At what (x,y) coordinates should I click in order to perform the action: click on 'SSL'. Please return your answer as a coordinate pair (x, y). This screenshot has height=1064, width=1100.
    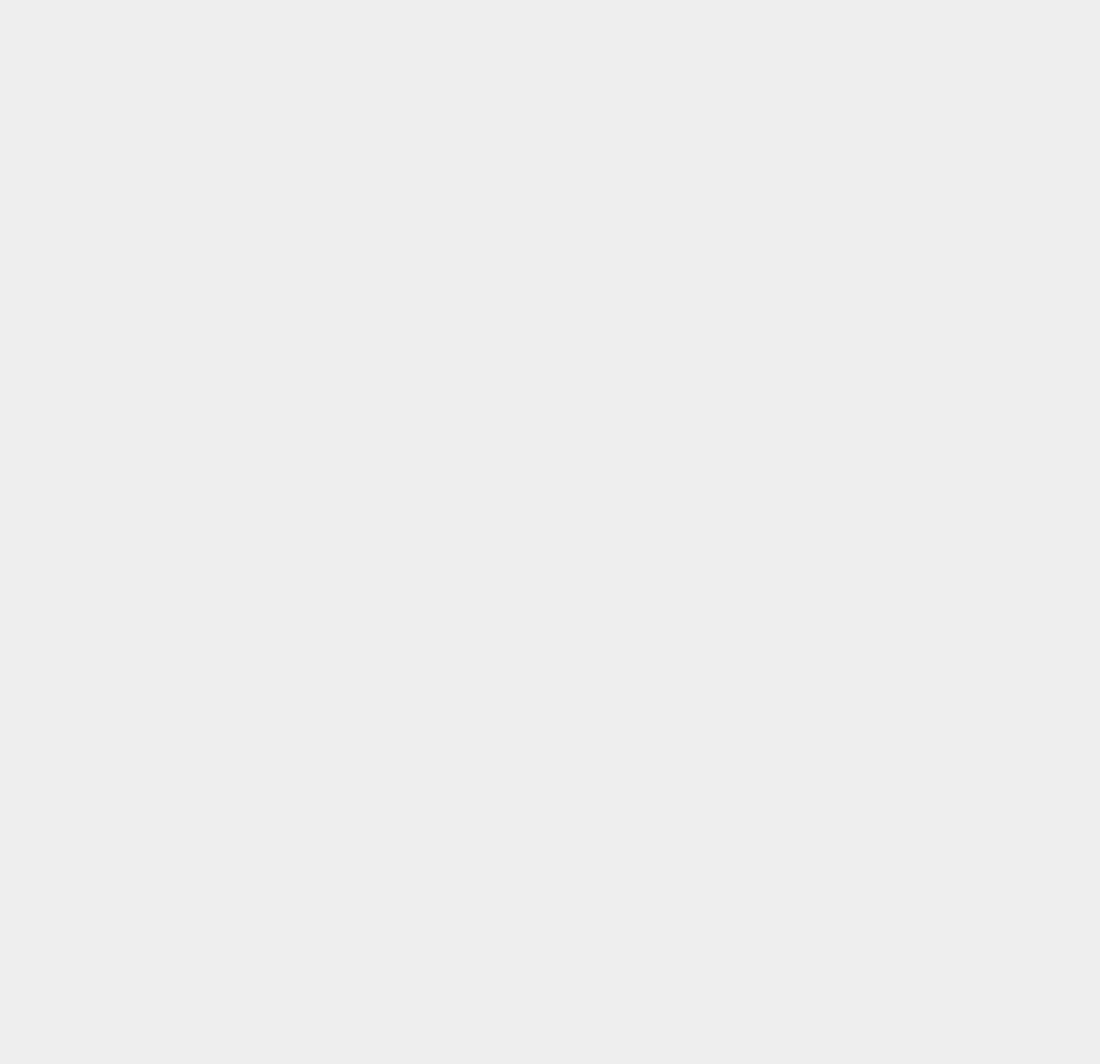
    Looking at the image, I should click on (790, 855).